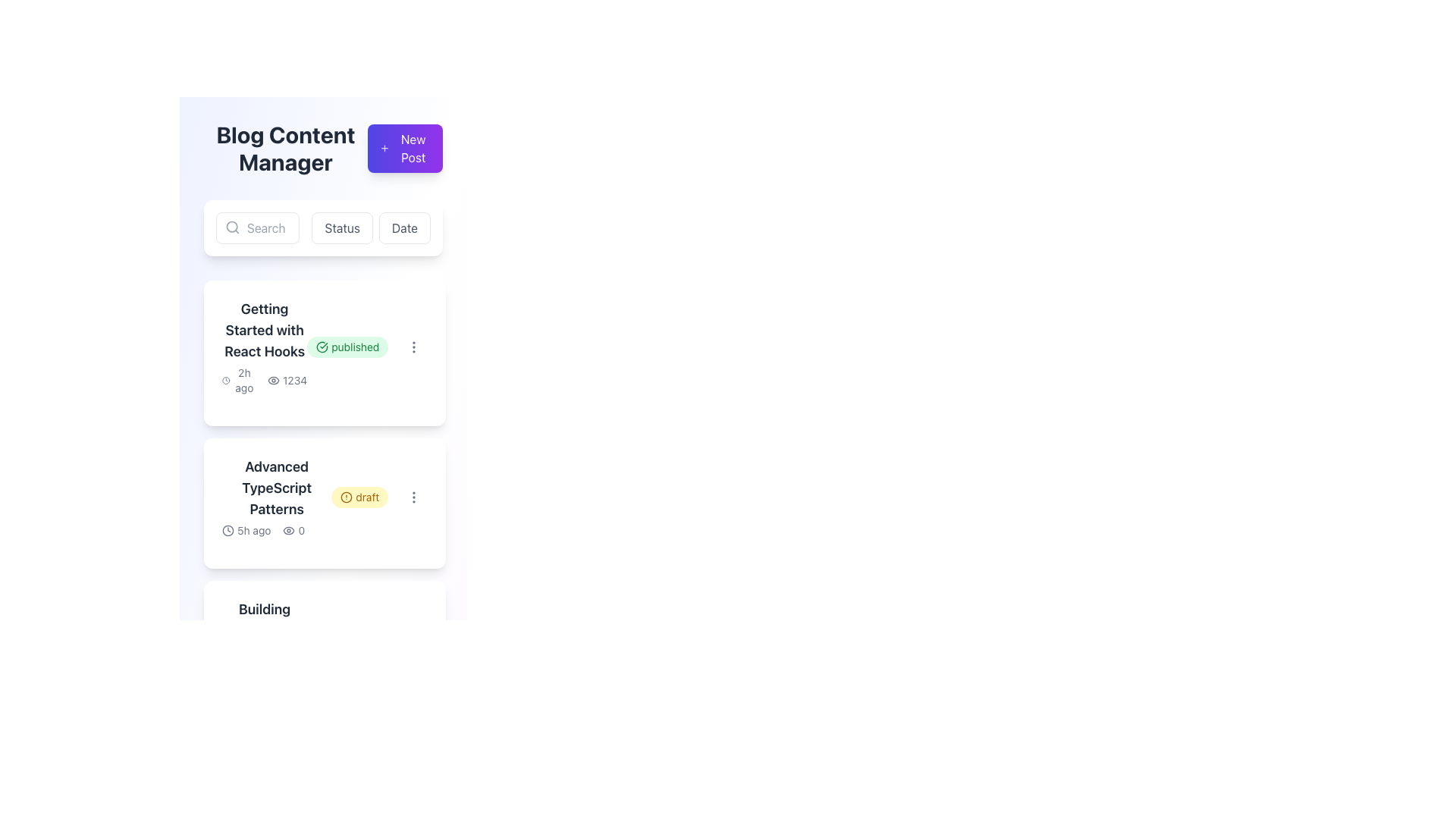 Image resolution: width=1456 pixels, height=819 pixels. I want to click on the section header titled 'Blog Content Manager' which contains a bold title and a button labeled 'New Post', so click(322, 149).